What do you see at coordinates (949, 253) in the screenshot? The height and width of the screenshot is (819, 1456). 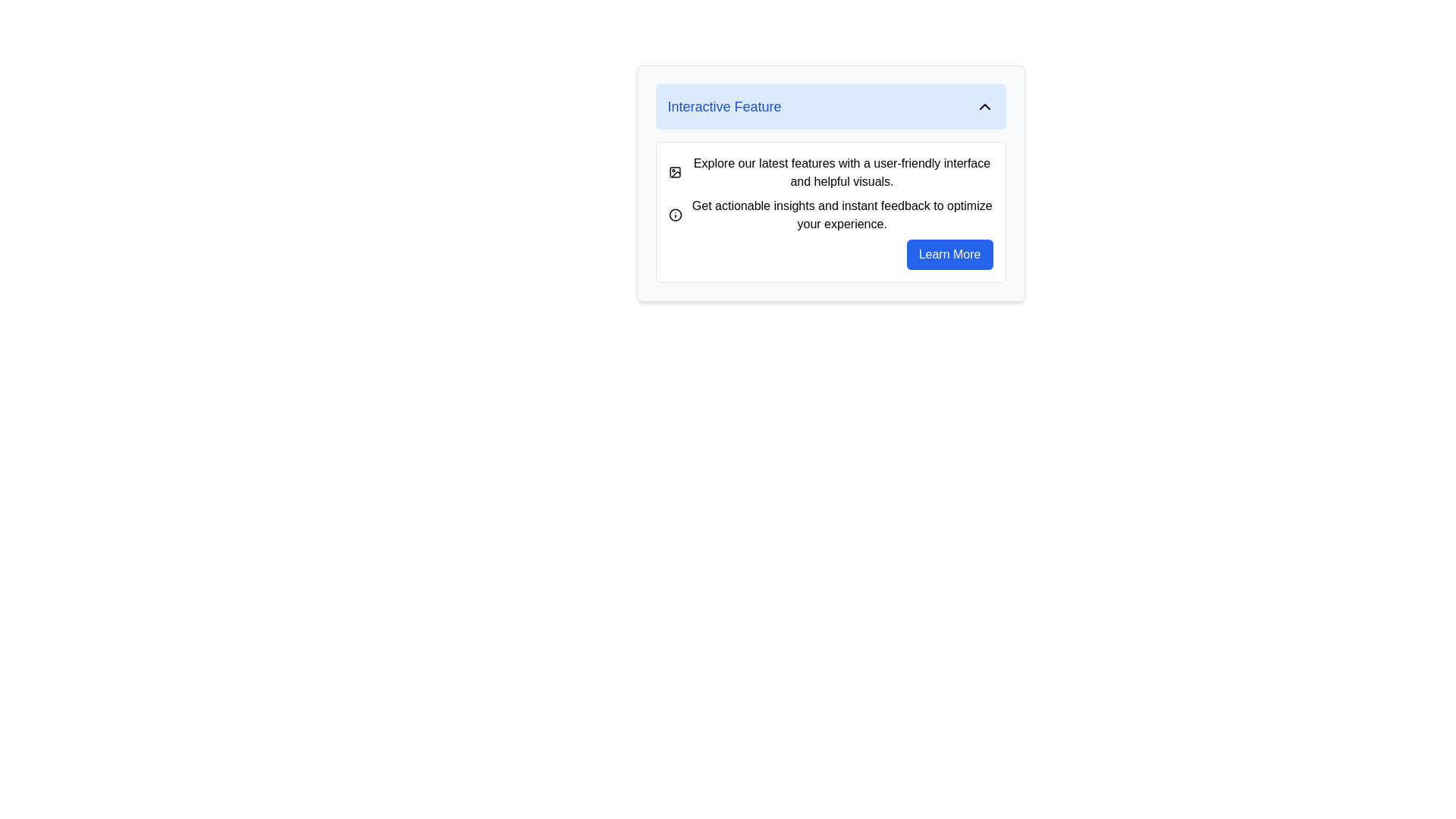 I see `the button located at the bottom-right of the 'Interactive Feature' section` at bounding box center [949, 253].